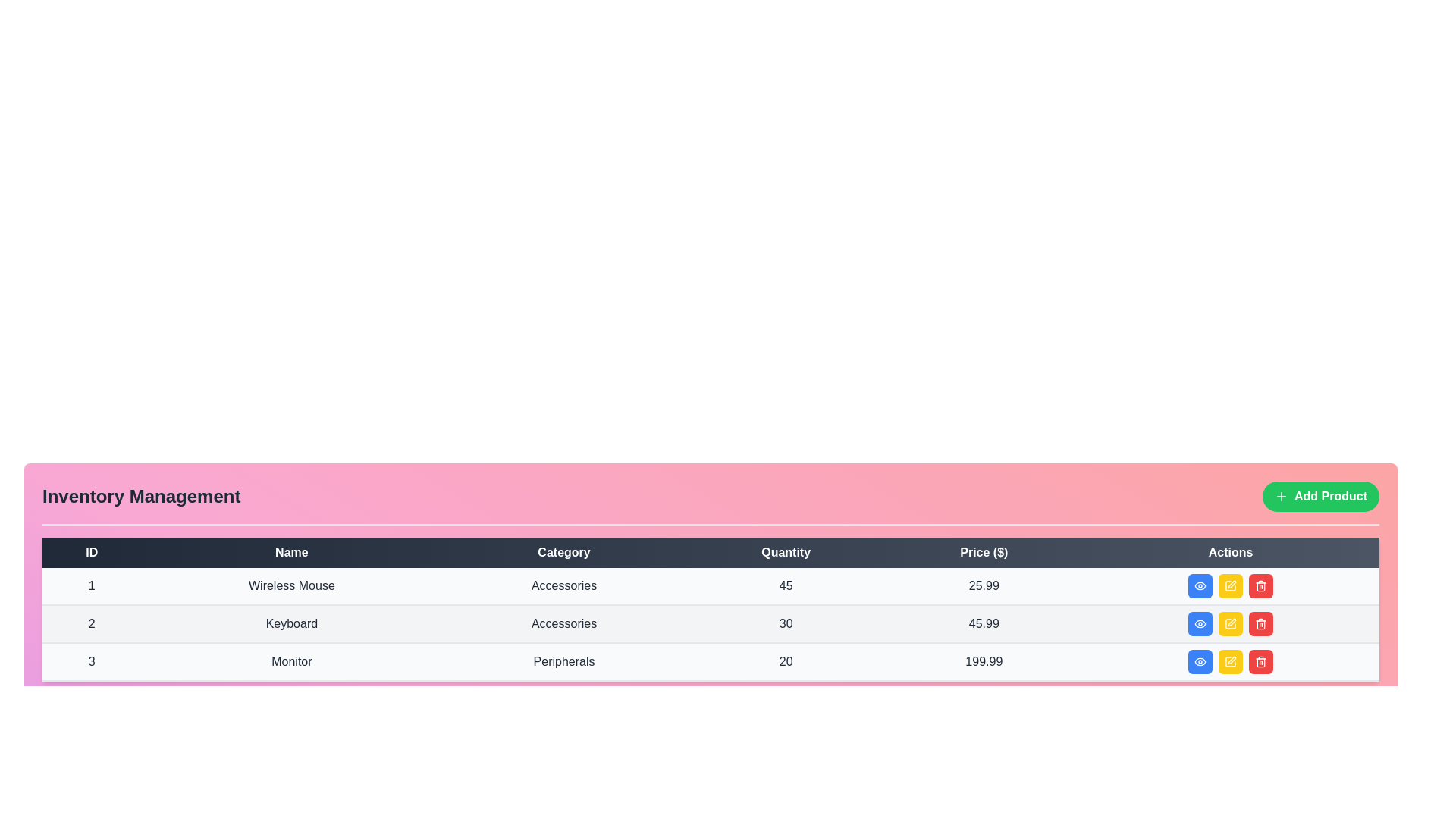  What do you see at coordinates (1231, 585) in the screenshot?
I see `the yellow edit button with a pen icon located in the Actions column of the table to initiate editing` at bounding box center [1231, 585].